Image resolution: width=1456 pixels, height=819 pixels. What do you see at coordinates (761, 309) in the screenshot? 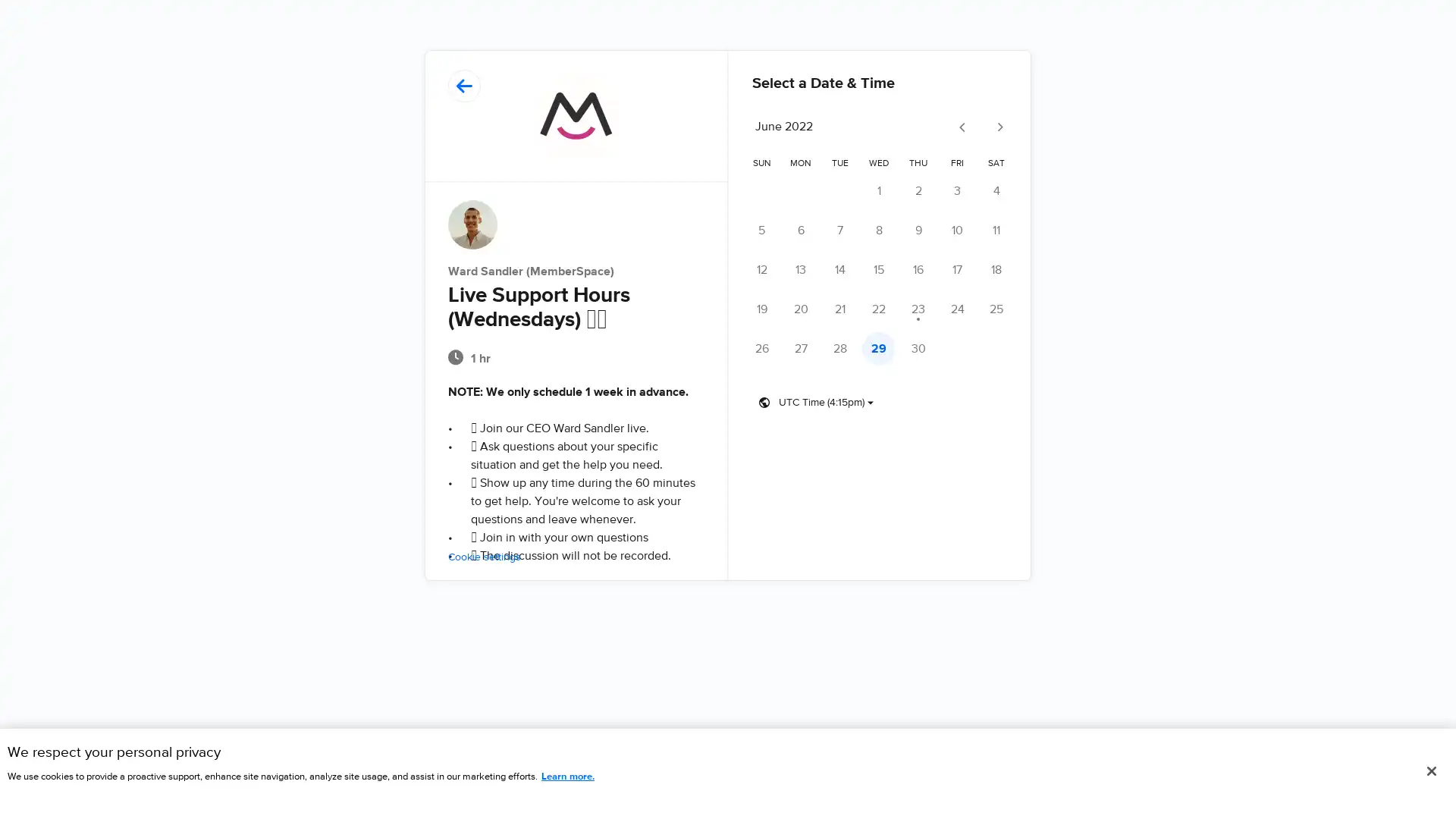
I see `Sunday, June 19 - No times available` at bounding box center [761, 309].